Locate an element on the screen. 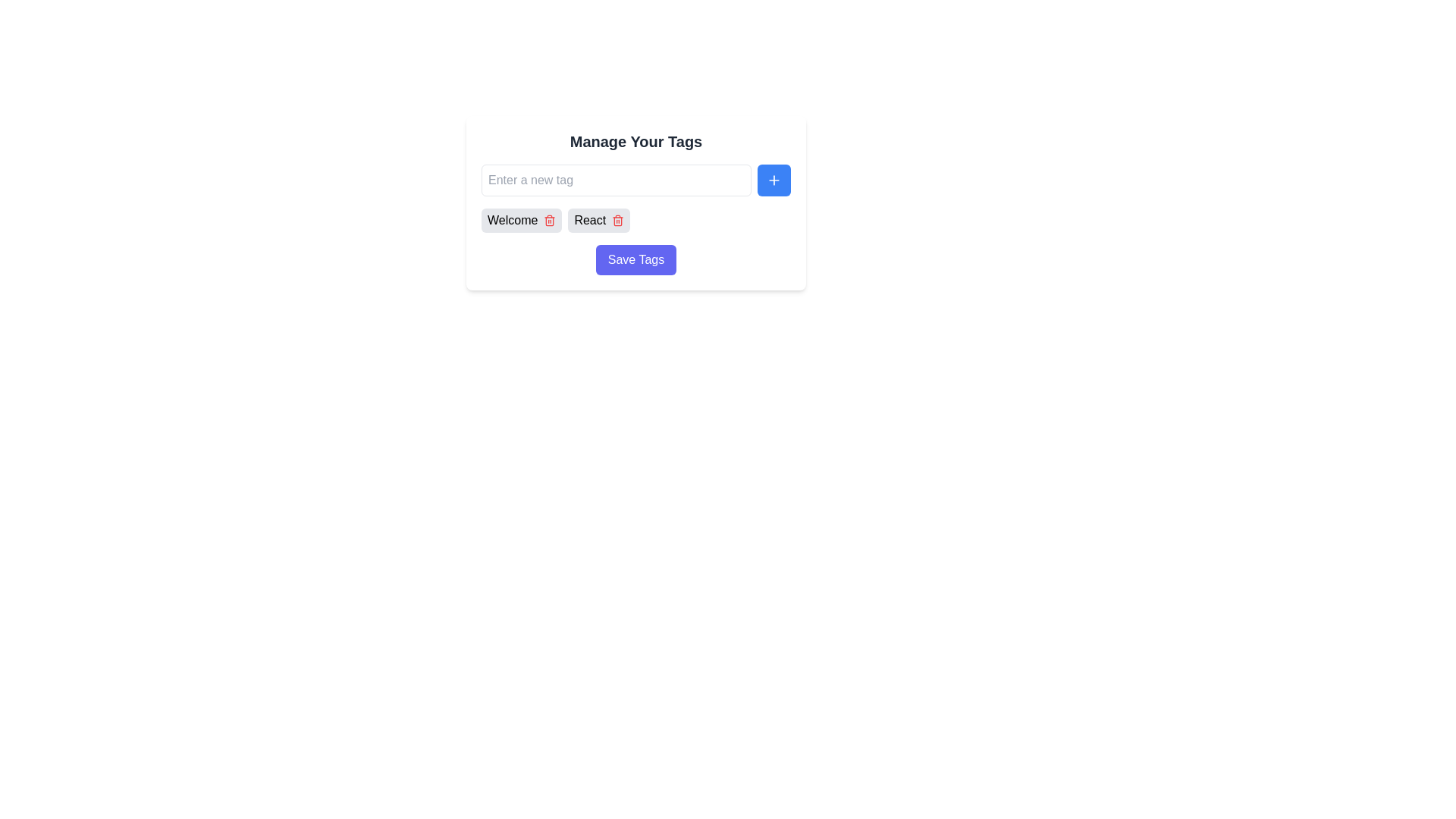 The image size is (1456, 819). the red trash icon on the 'React' tag is located at coordinates (598, 220).